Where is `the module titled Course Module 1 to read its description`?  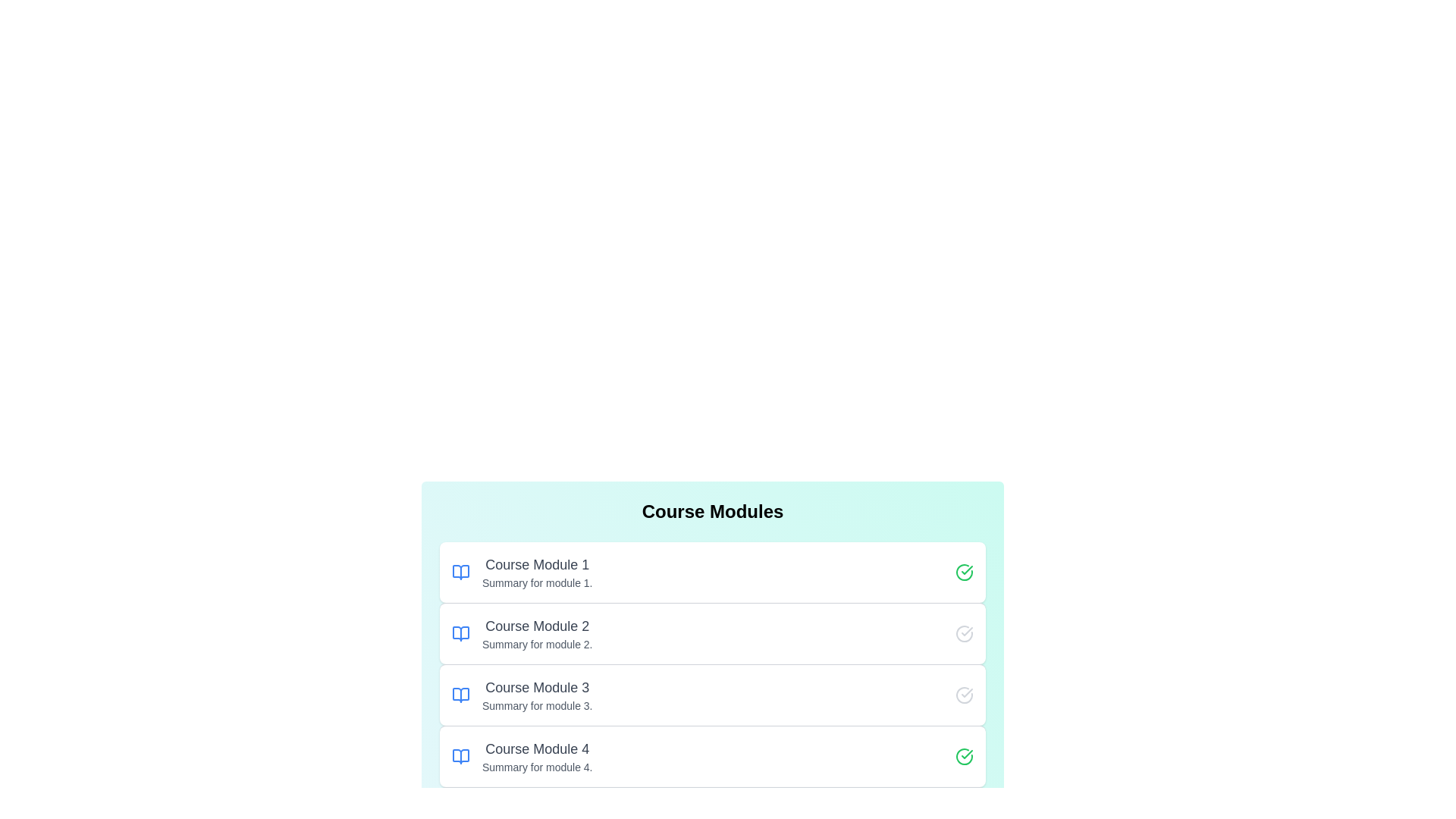
the module titled Course Module 1 to read its description is located at coordinates (712, 573).